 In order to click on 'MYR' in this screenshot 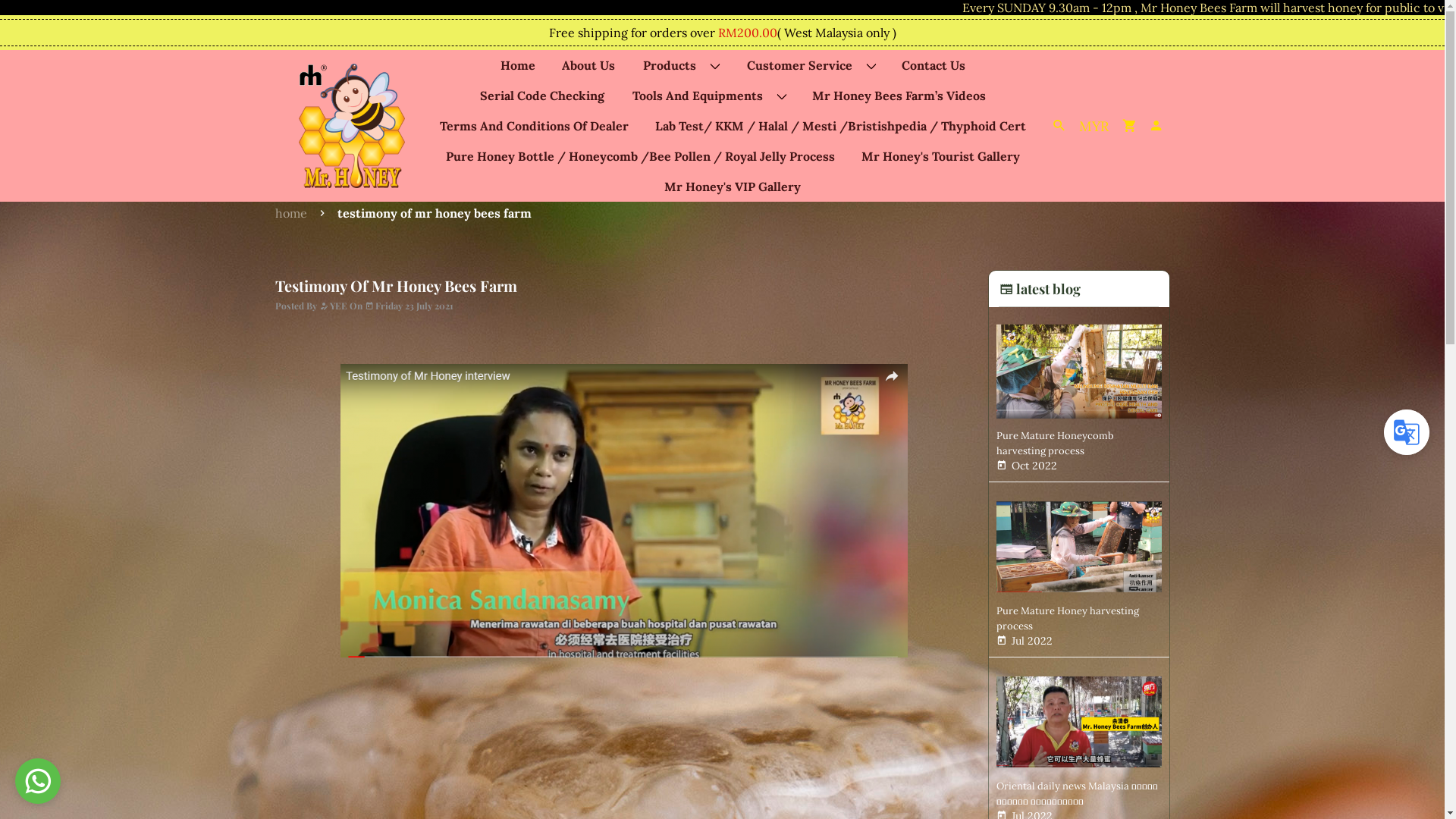, I will do `click(1094, 124)`.